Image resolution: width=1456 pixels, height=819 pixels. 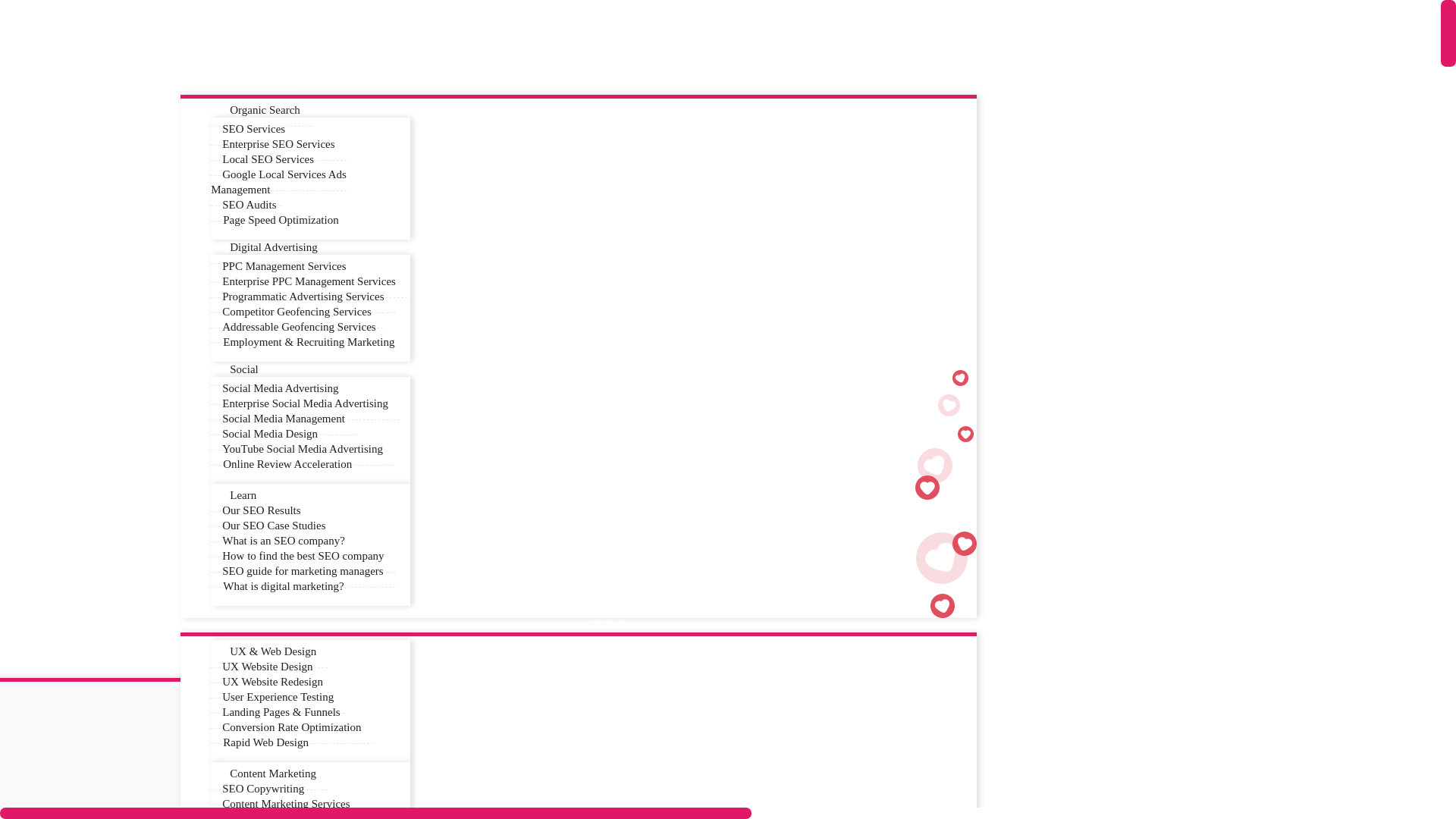 What do you see at coordinates (210, 556) in the screenshot?
I see `'How to find the best SEO company'` at bounding box center [210, 556].